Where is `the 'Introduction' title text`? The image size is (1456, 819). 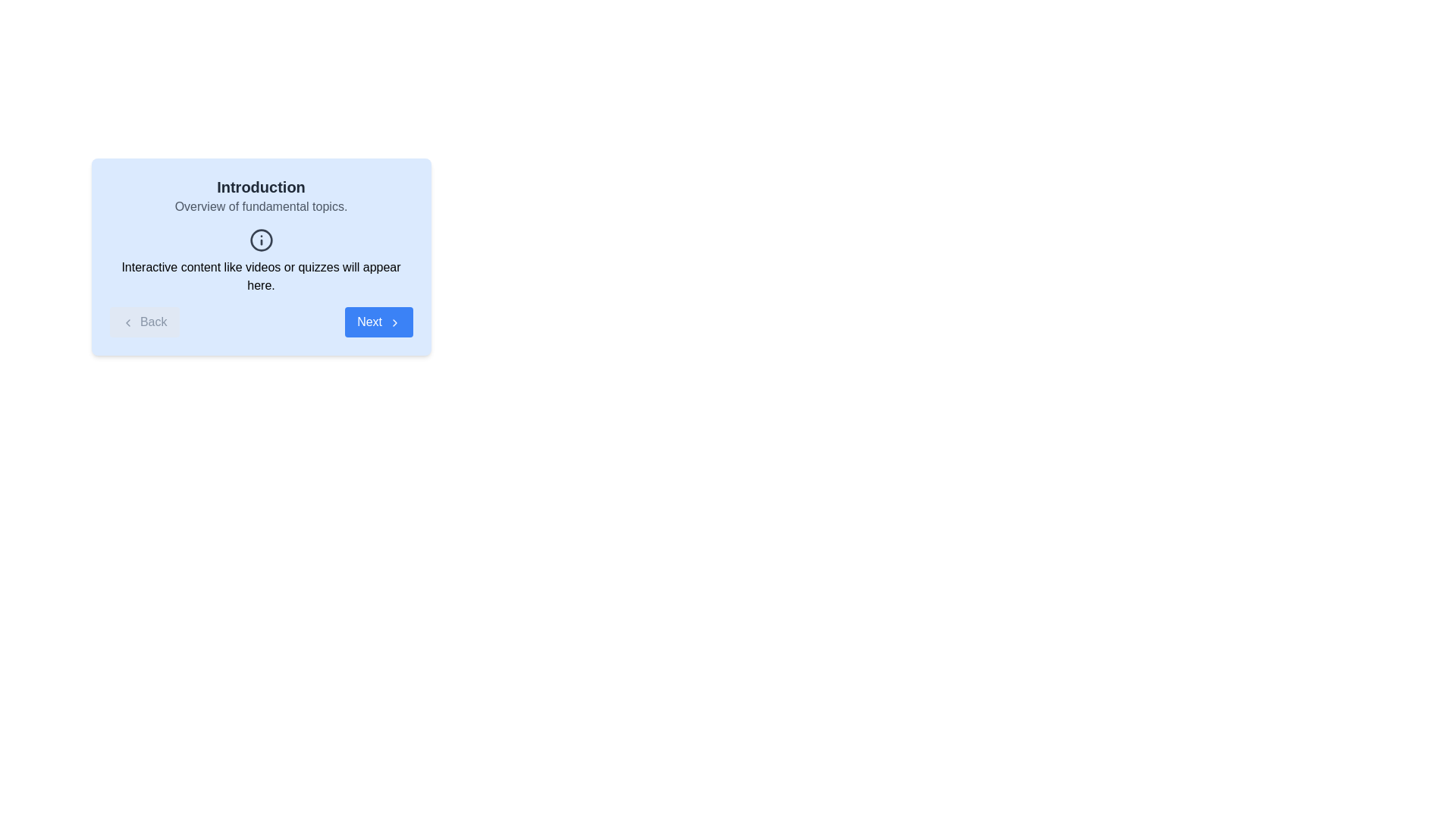
the 'Introduction' title text is located at coordinates (261, 186).